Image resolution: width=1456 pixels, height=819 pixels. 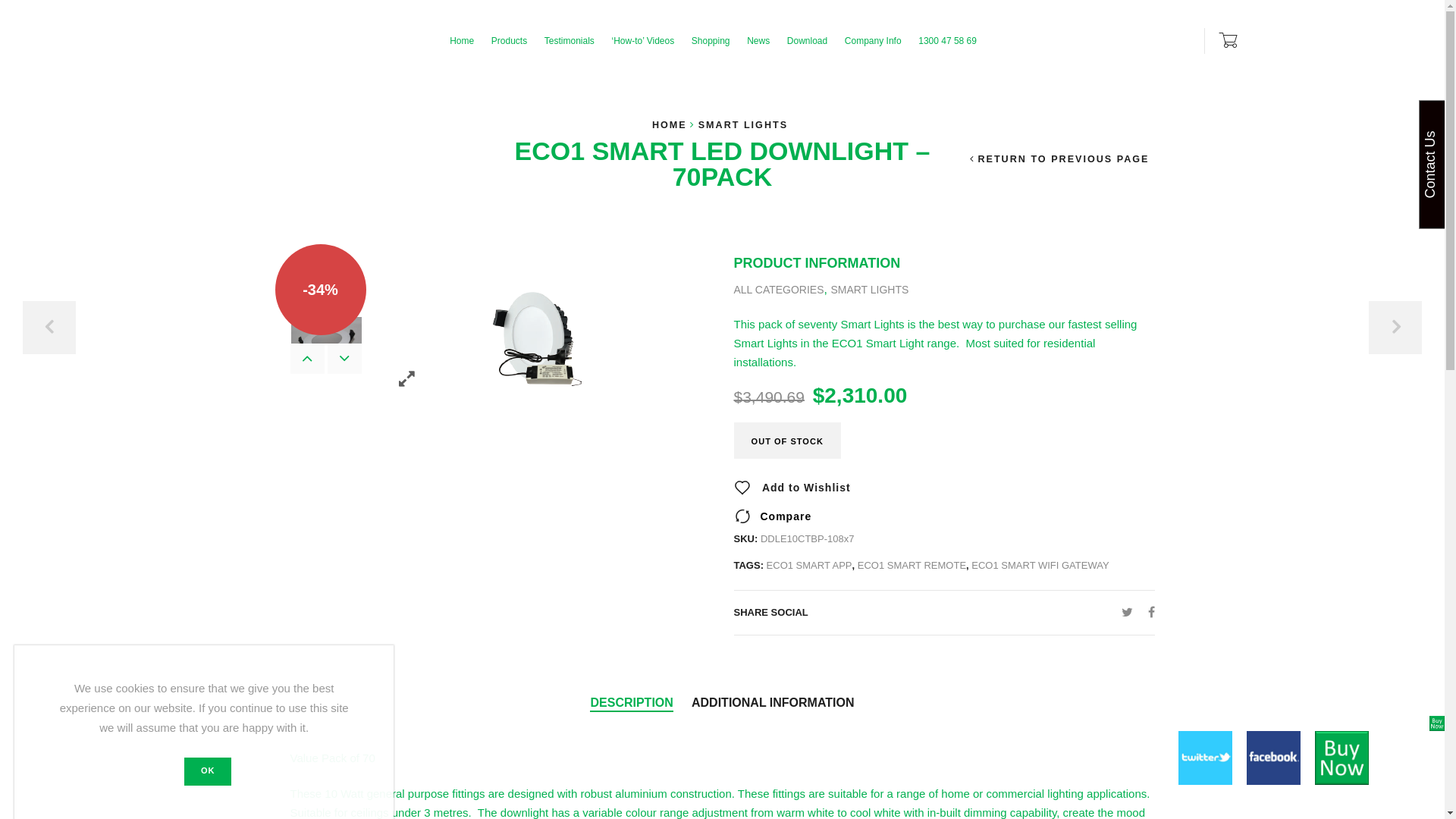 What do you see at coordinates (742, 124) in the screenshot?
I see `'SMART LIGHTS'` at bounding box center [742, 124].